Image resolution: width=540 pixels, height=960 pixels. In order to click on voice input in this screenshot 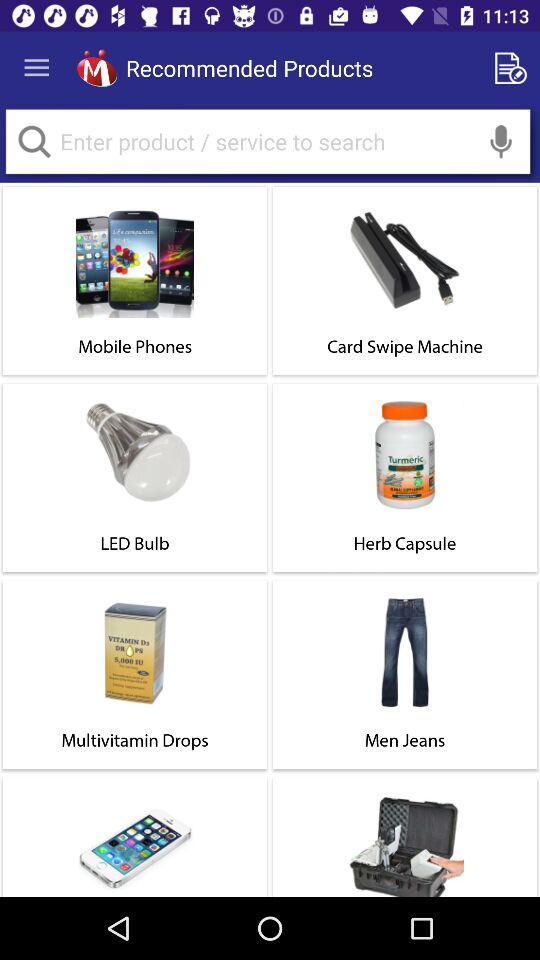, I will do `click(500, 140)`.